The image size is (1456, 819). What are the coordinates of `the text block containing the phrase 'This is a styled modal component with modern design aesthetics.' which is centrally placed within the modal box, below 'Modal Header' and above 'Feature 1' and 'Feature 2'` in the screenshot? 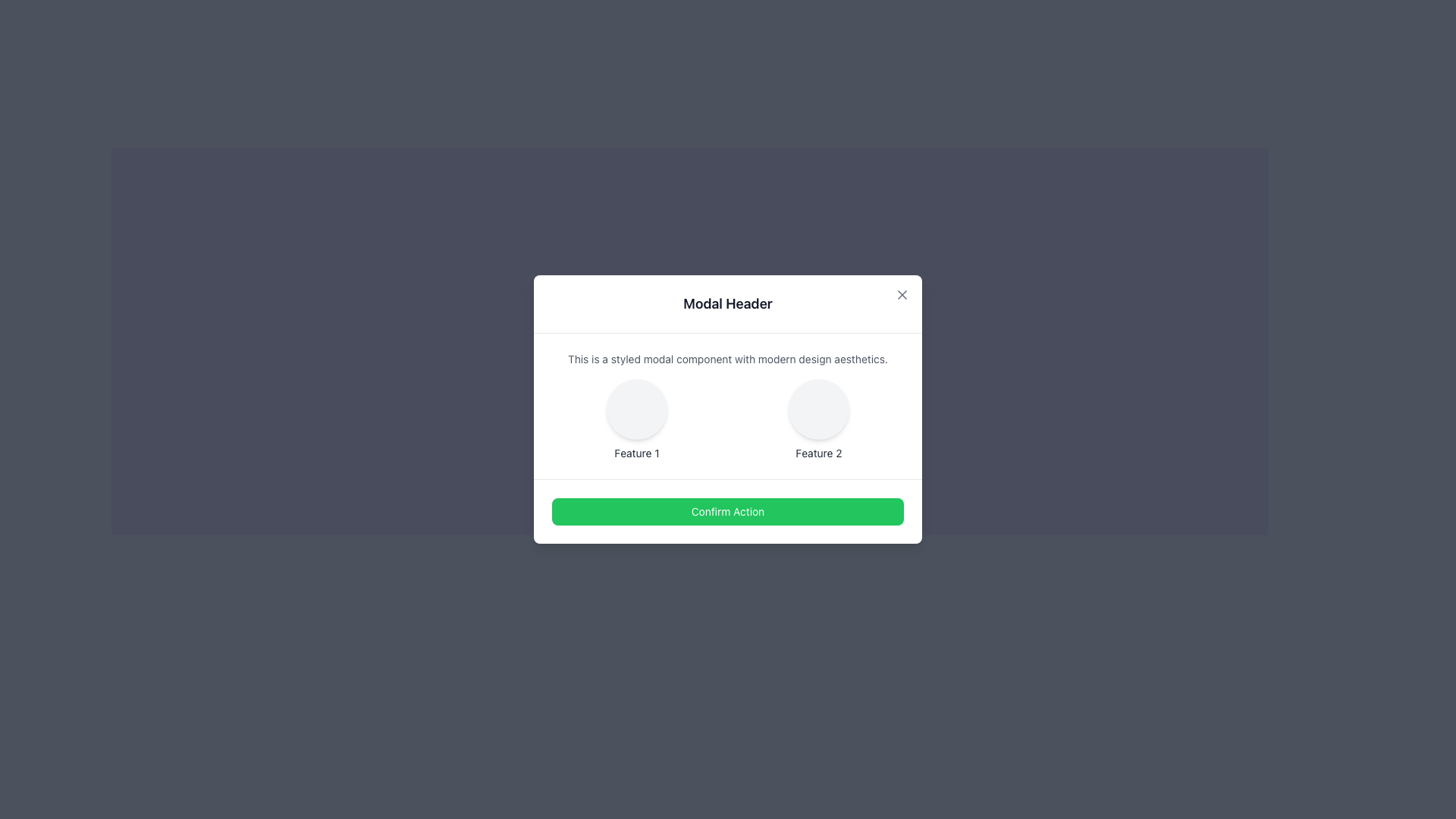 It's located at (728, 359).